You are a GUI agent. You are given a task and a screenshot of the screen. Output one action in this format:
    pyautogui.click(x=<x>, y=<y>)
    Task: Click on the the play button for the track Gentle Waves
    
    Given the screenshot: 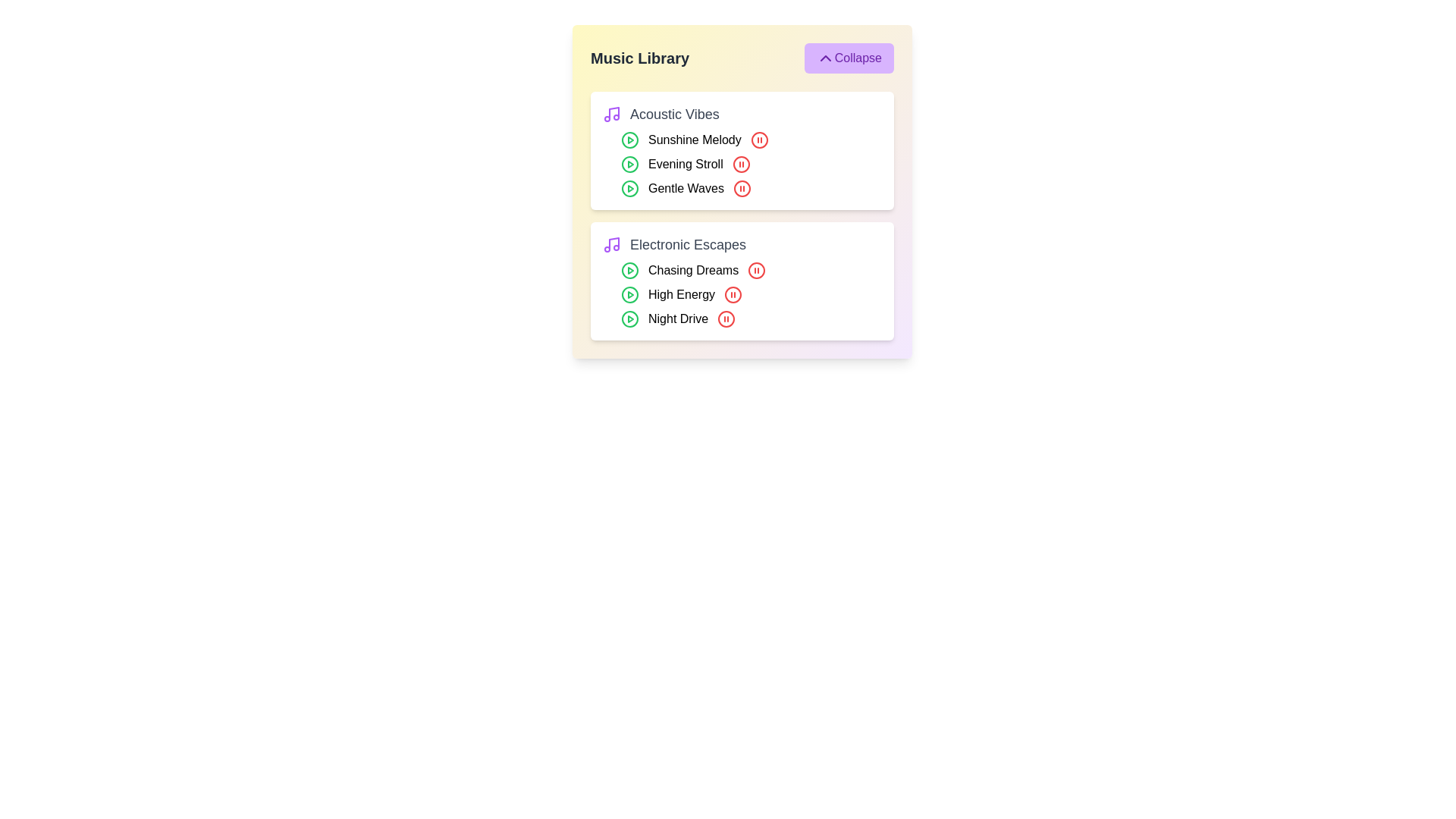 What is the action you would take?
    pyautogui.click(x=629, y=188)
    